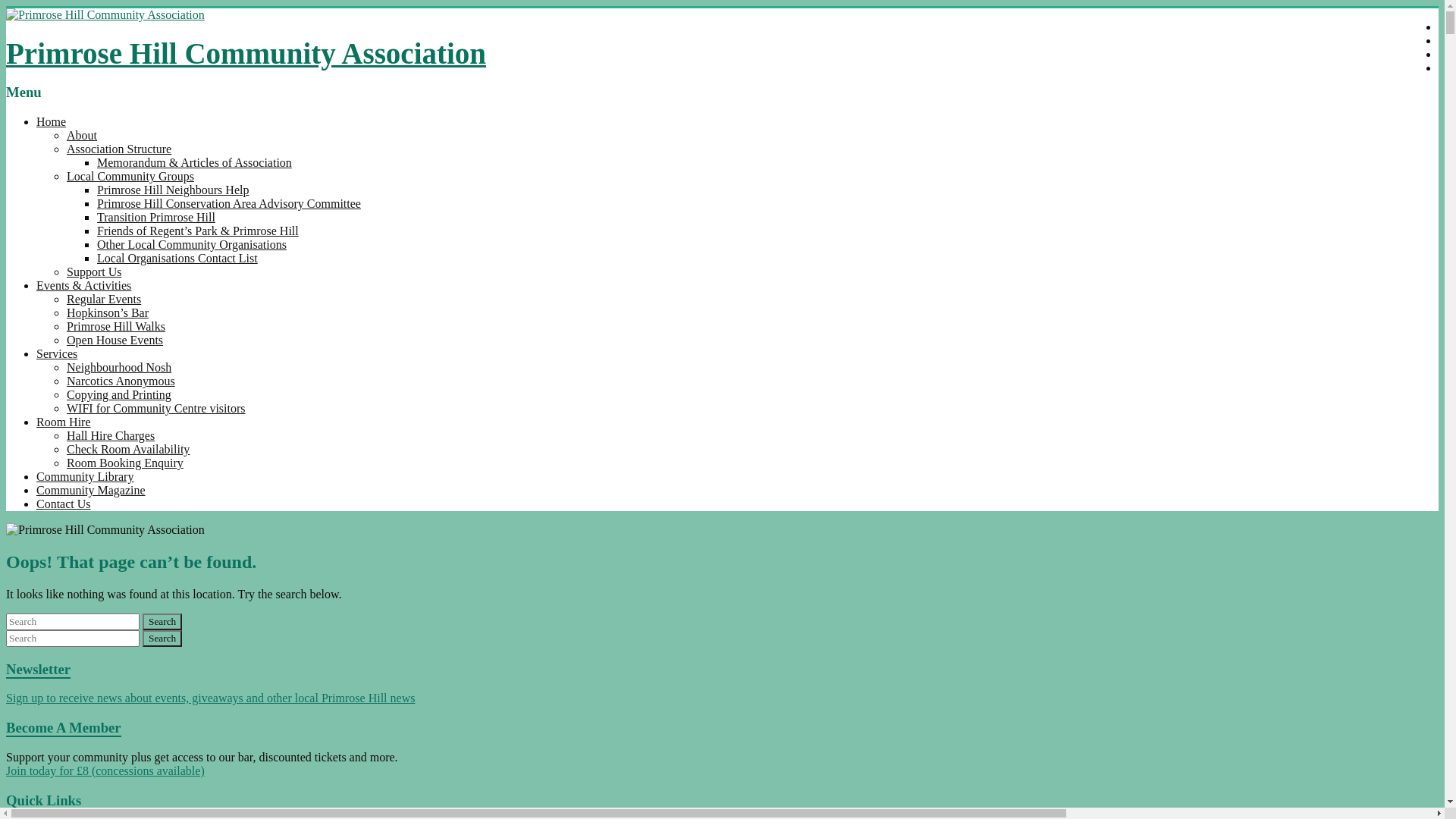  What do you see at coordinates (80, 134) in the screenshot?
I see `'About'` at bounding box center [80, 134].